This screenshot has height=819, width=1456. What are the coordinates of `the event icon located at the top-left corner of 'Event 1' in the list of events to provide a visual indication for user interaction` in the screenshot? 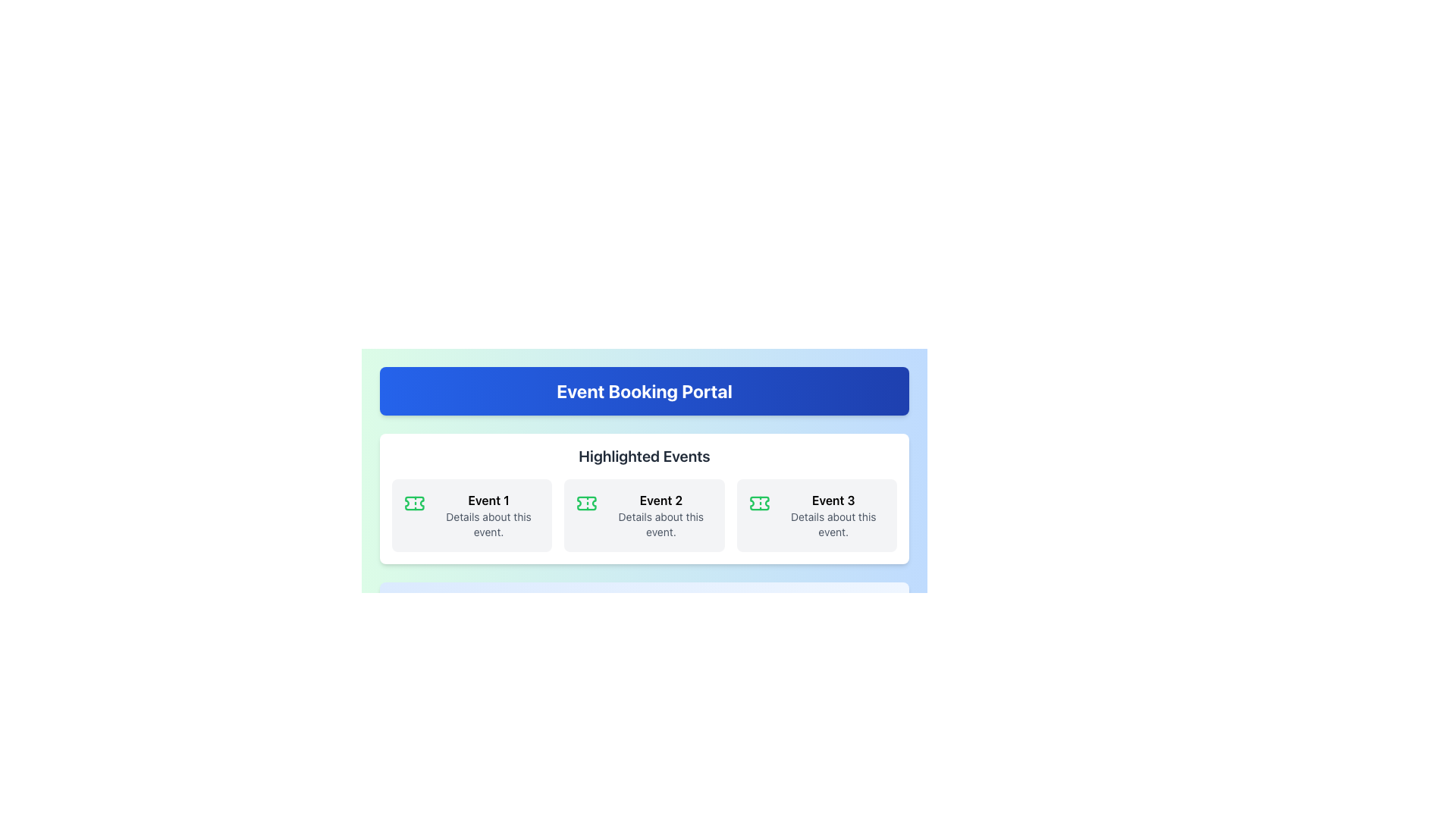 It's located at (414, 503).